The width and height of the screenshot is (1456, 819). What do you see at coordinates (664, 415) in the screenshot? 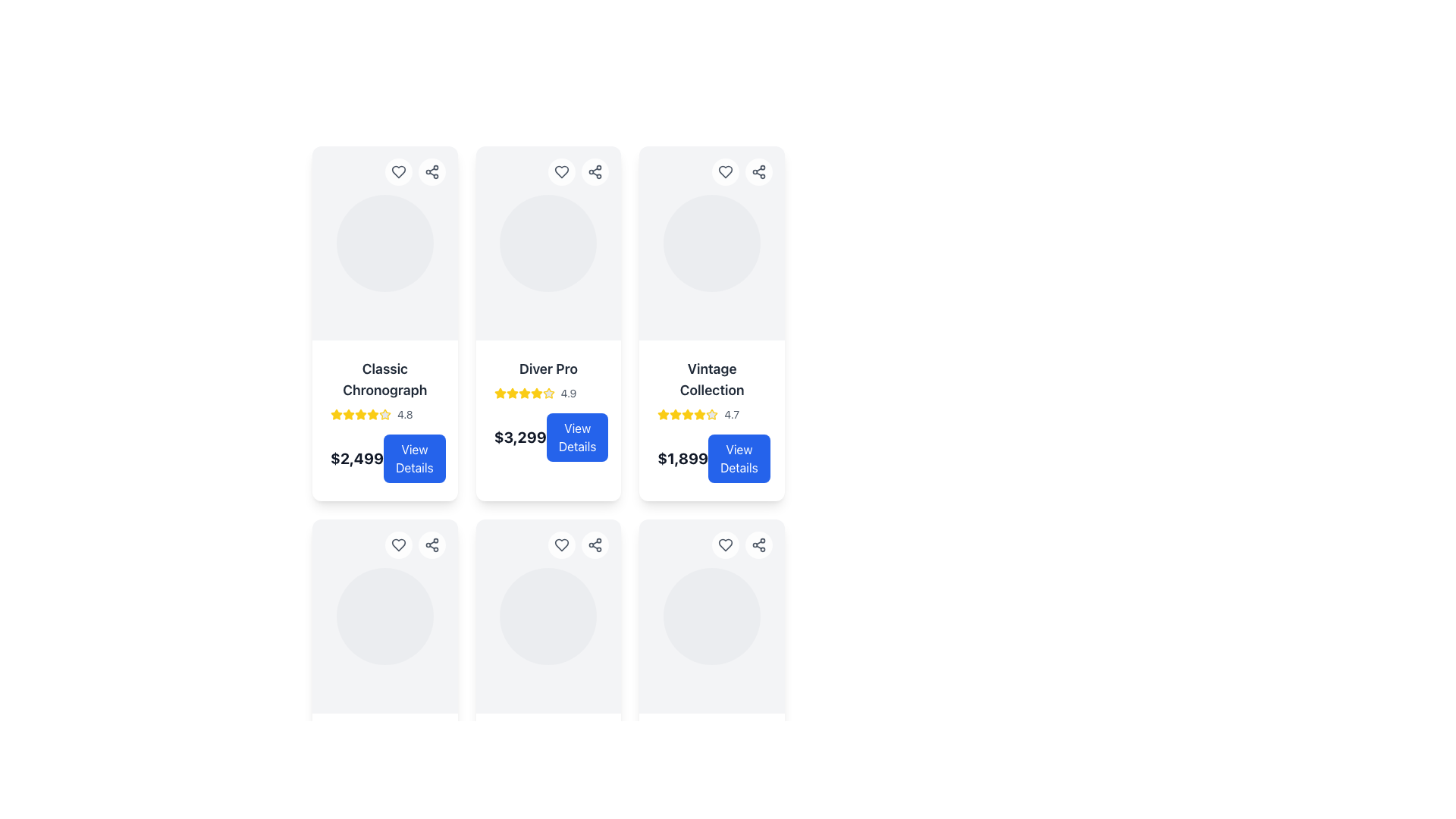
I see `the first yellow star icon in the rating system for the 'Vintage Collection' card, which is positioned directly above the numerical rating value` at bounding box center [664, 415].